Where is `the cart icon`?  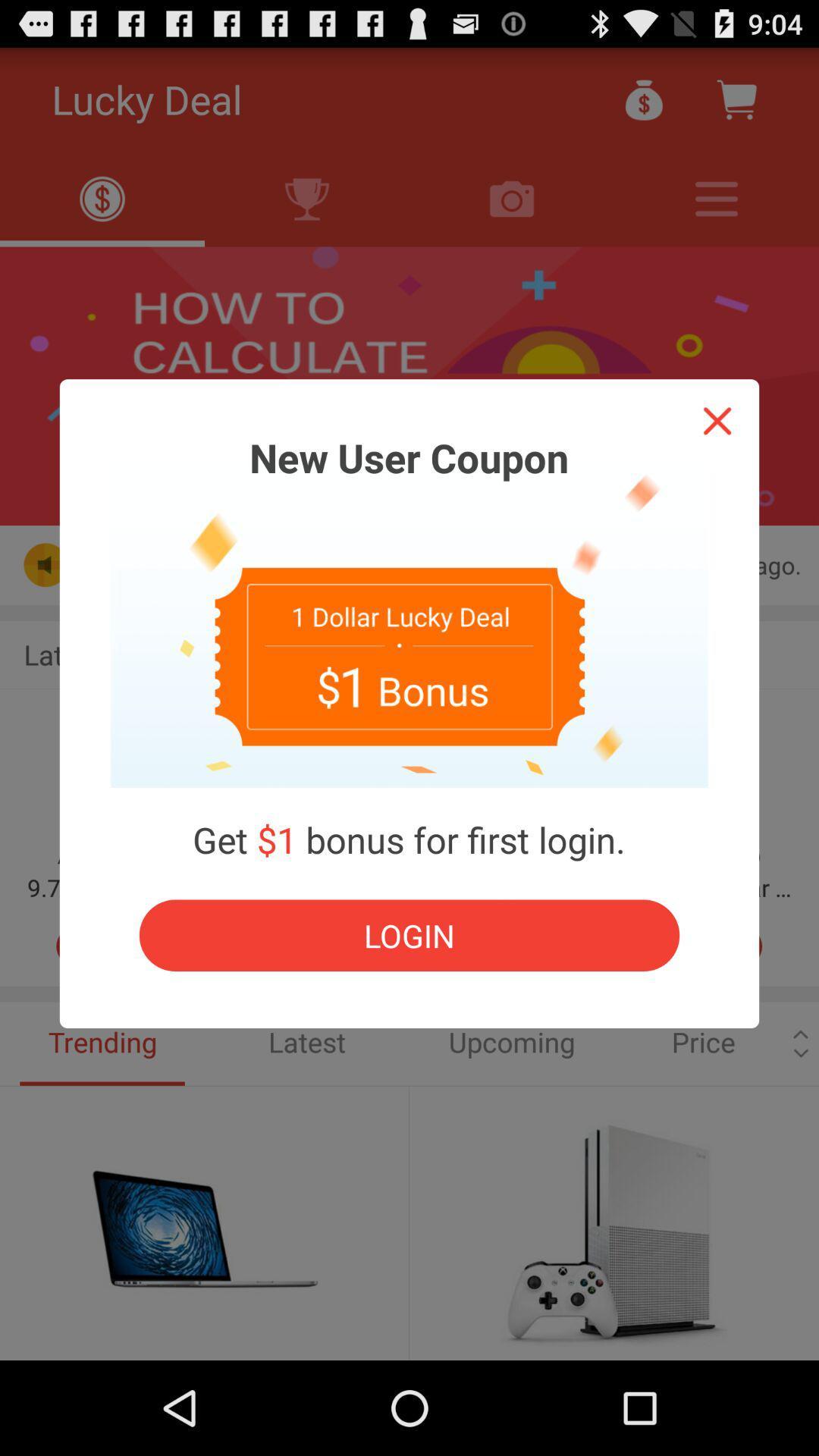
the cart icon is located at coordinates (736, 105).